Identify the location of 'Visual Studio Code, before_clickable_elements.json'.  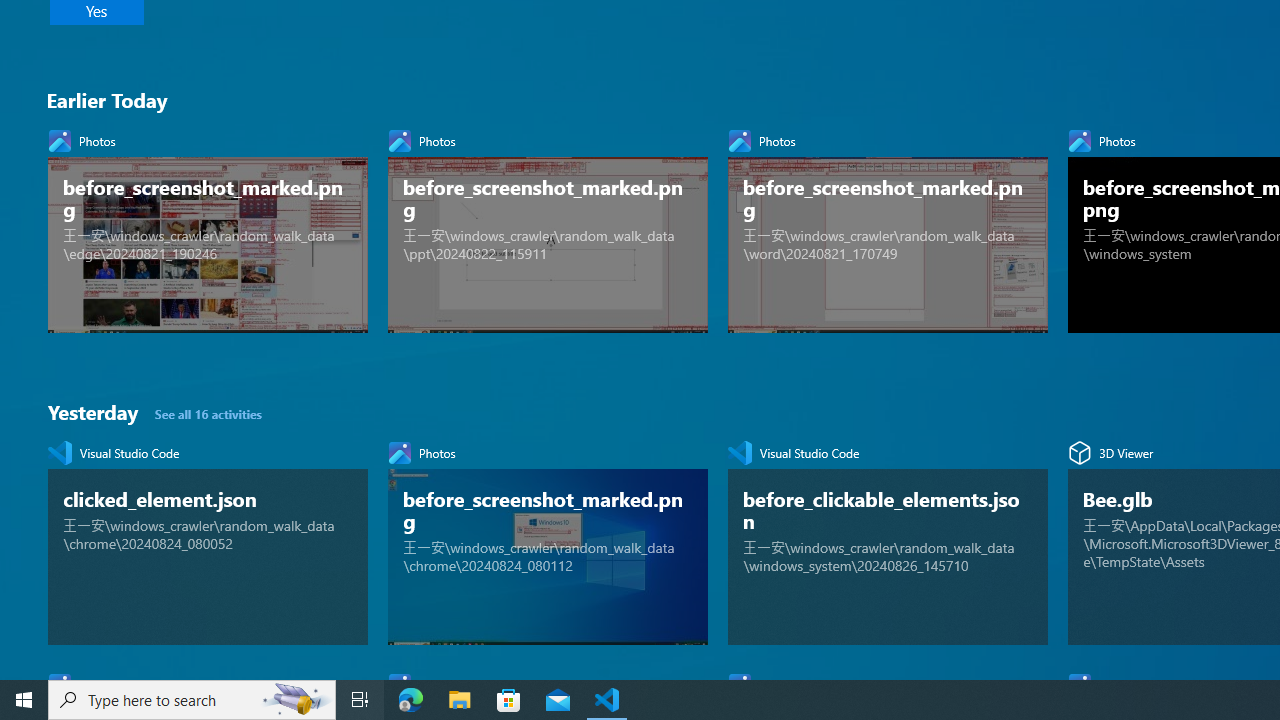
(887, 537).